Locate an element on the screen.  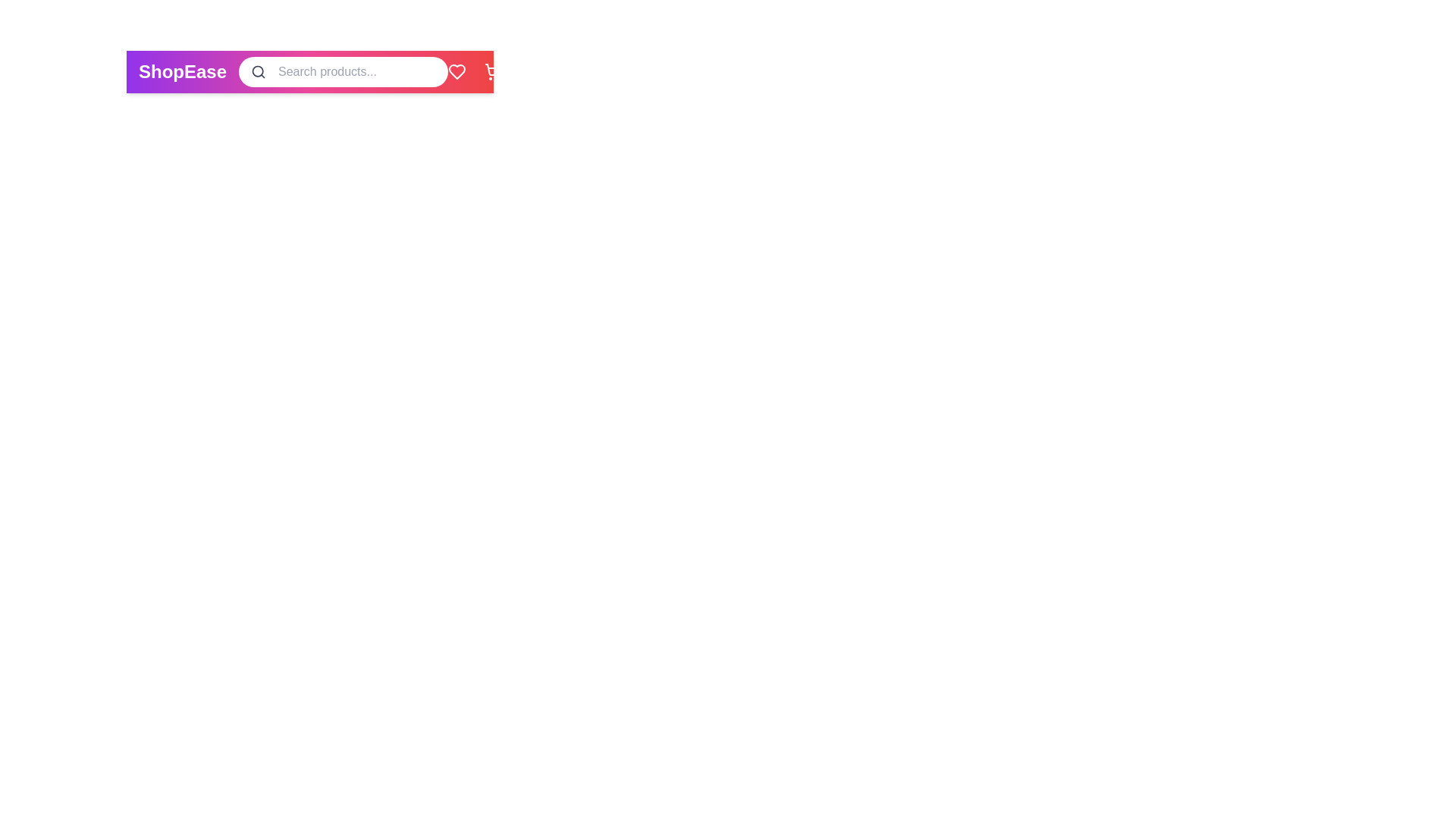
the shopping cart icon to view the cart is located at coordinates (494, 72).